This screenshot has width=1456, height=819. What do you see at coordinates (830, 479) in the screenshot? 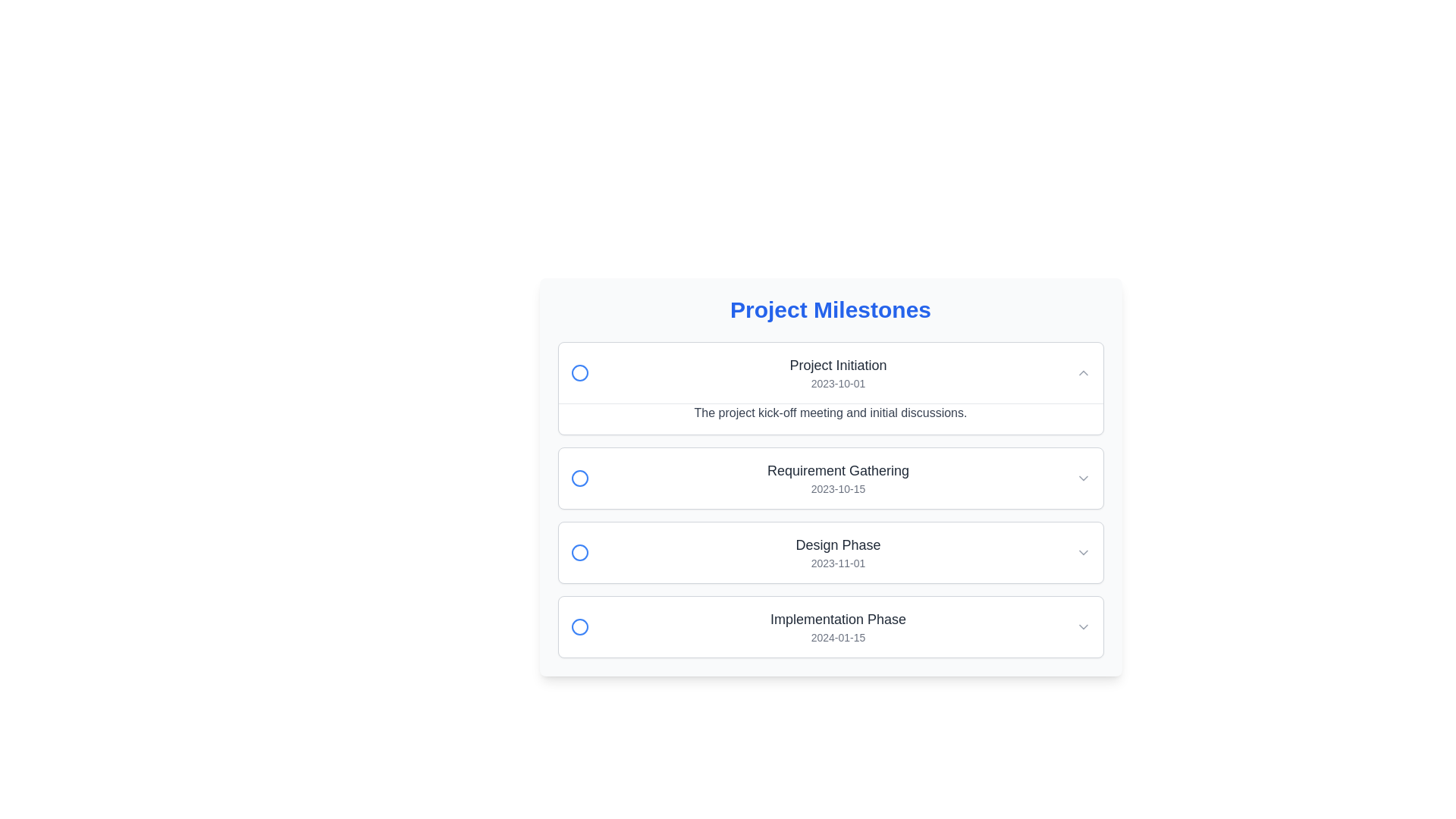
I see `the second milestone card in the project timeline` at bounding box center [830, 479].